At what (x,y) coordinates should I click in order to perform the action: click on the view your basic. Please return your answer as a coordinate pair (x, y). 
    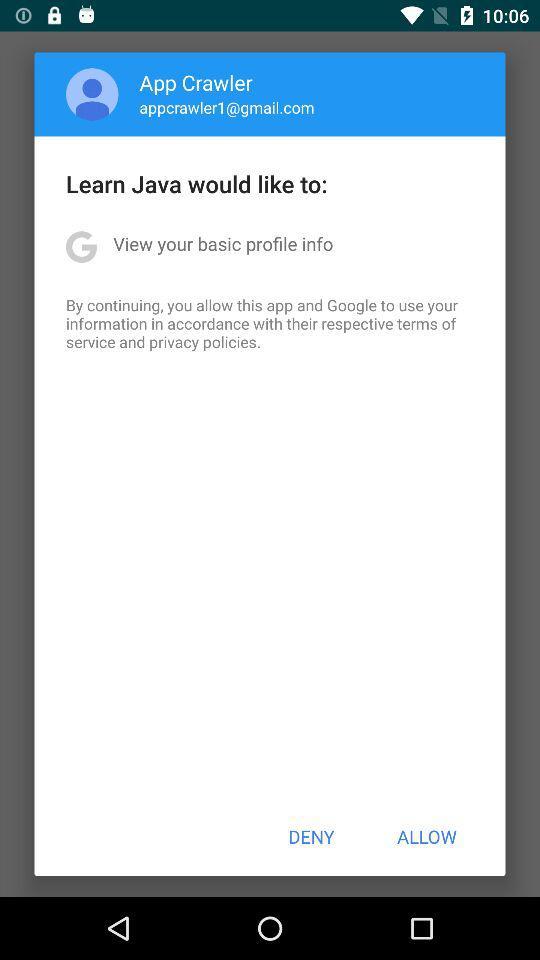
    Looking at the image, I should click on (222, 242).